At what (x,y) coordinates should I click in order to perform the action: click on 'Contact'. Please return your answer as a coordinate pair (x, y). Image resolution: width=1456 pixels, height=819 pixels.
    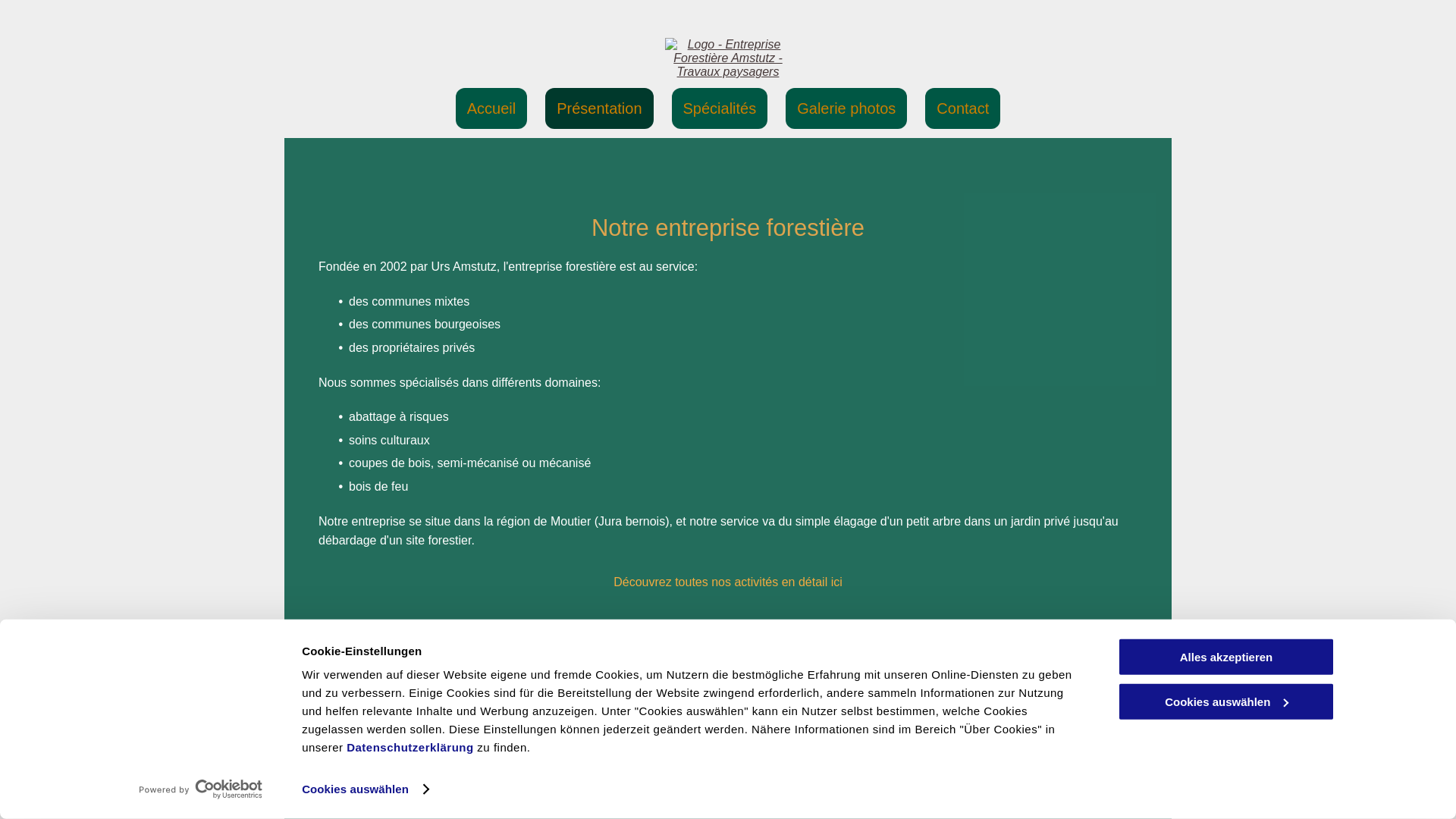
    Looking at the image, I should click on (924, 107).